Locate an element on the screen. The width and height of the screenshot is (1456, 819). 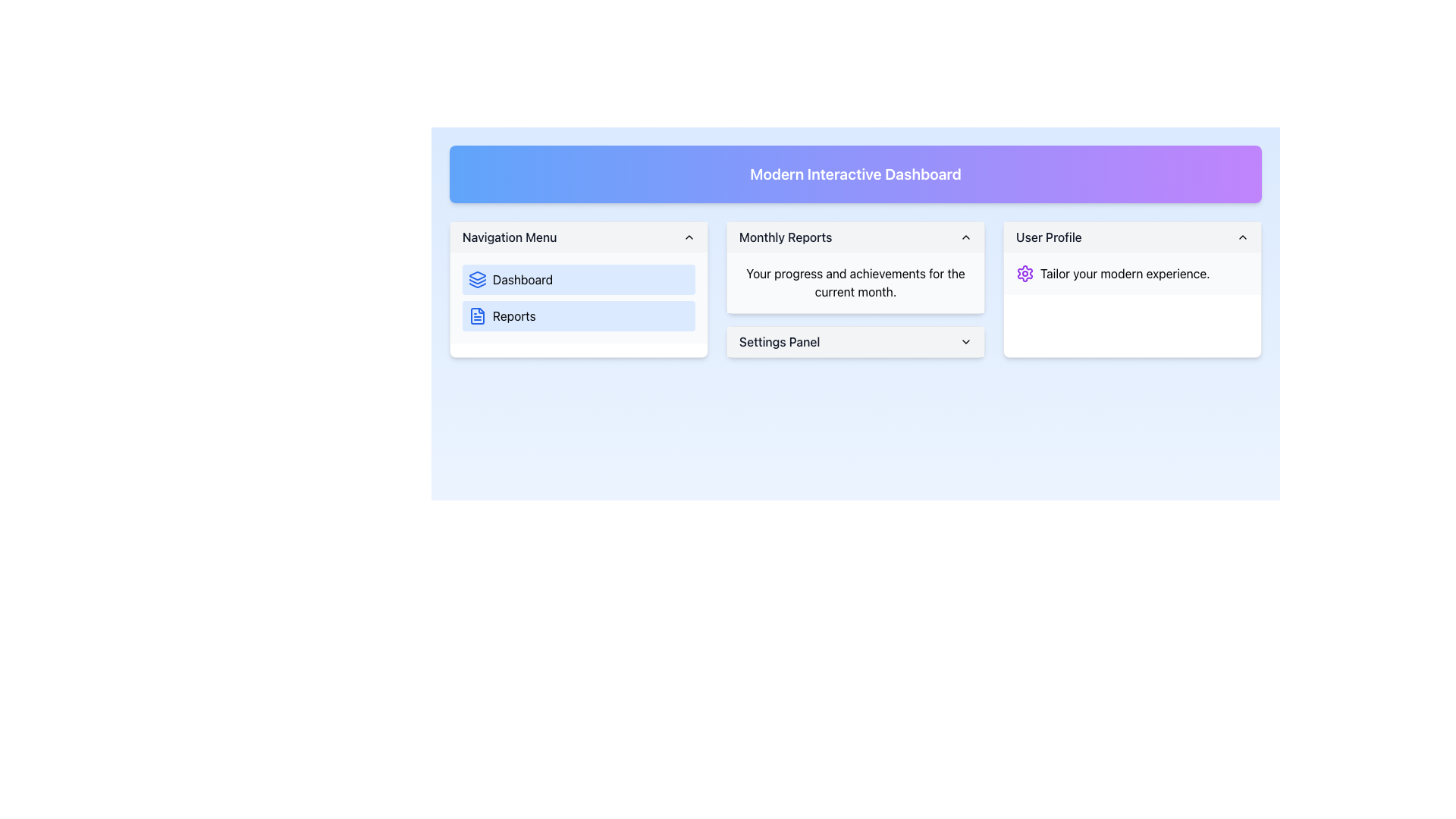
the small upward-pointing chevron icon located to the far-right of the 'Monthly Reports' panel heading is located at coordinates (965, 237).